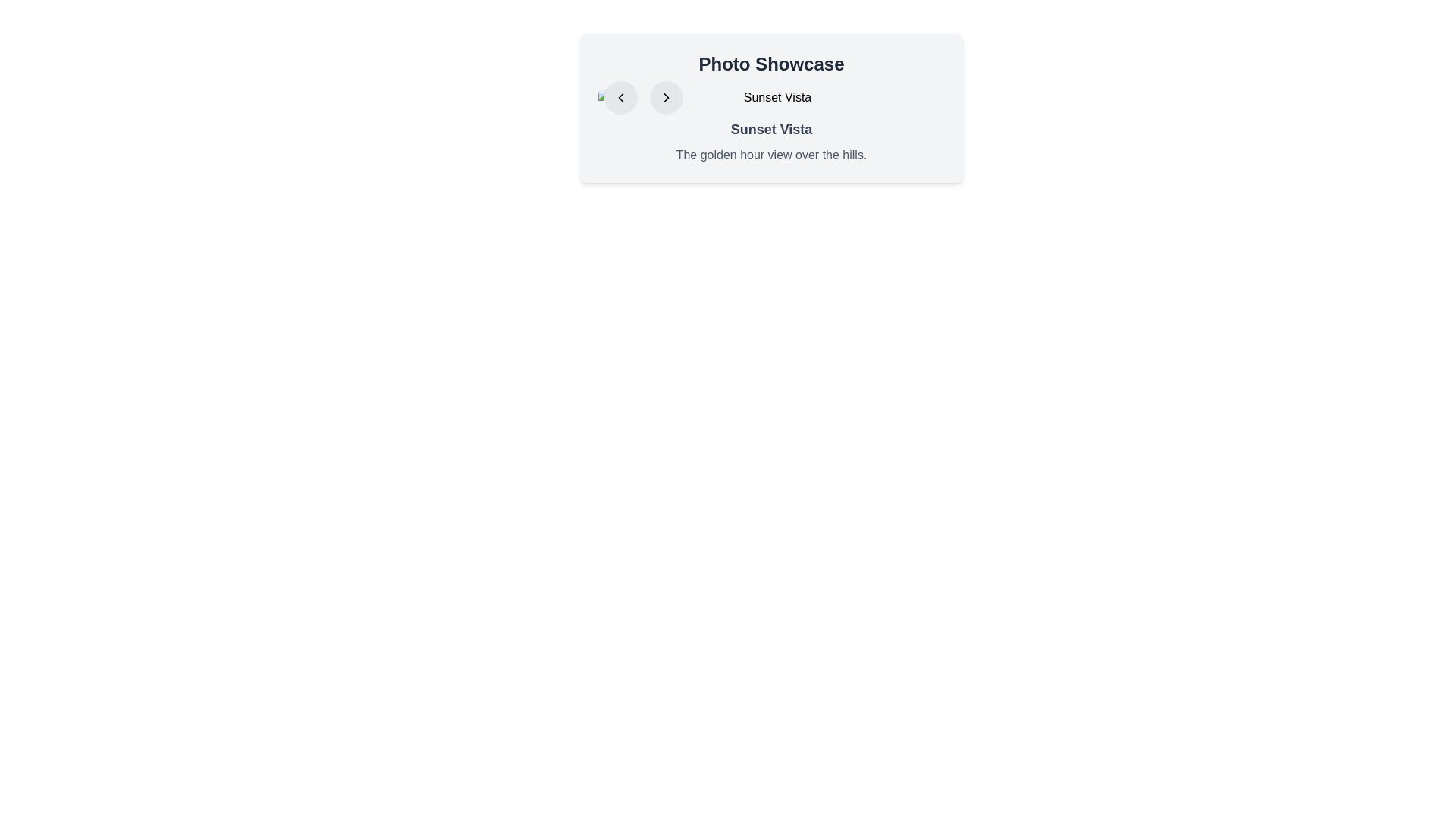 The width and height of the screenshot is (1456, 819). What do you see at coordinates (621, 97) in the screenshot?
I see `the circular 'Back' button icon located to the left of the 'Photo Showcase' component` at bounding box center [621, 97].